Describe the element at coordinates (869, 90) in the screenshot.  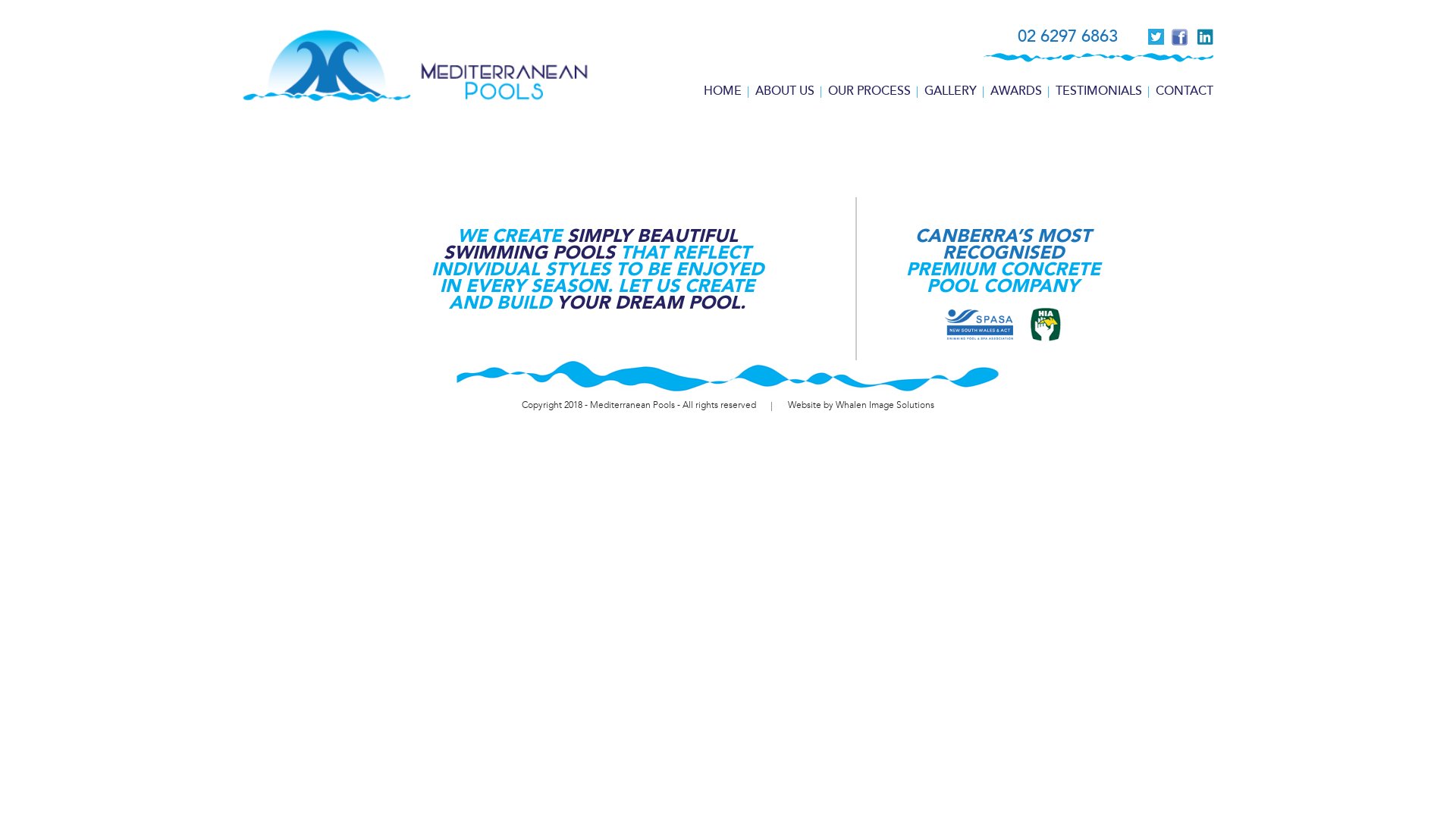
I see `'OUR PROCESS'` at that location.